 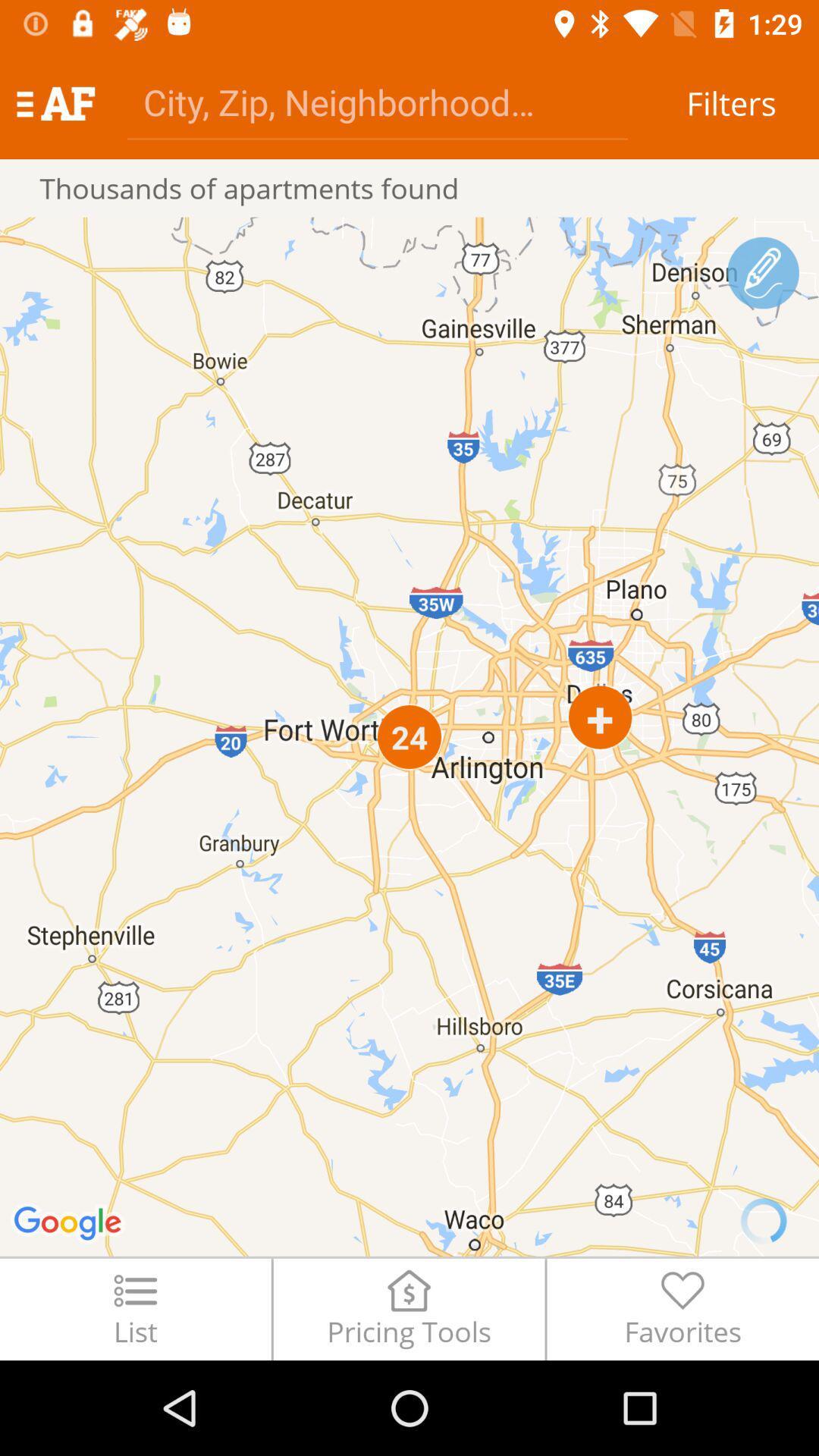 I want to click on item to the right of pricing tools item, so click(x=682, y=1308).